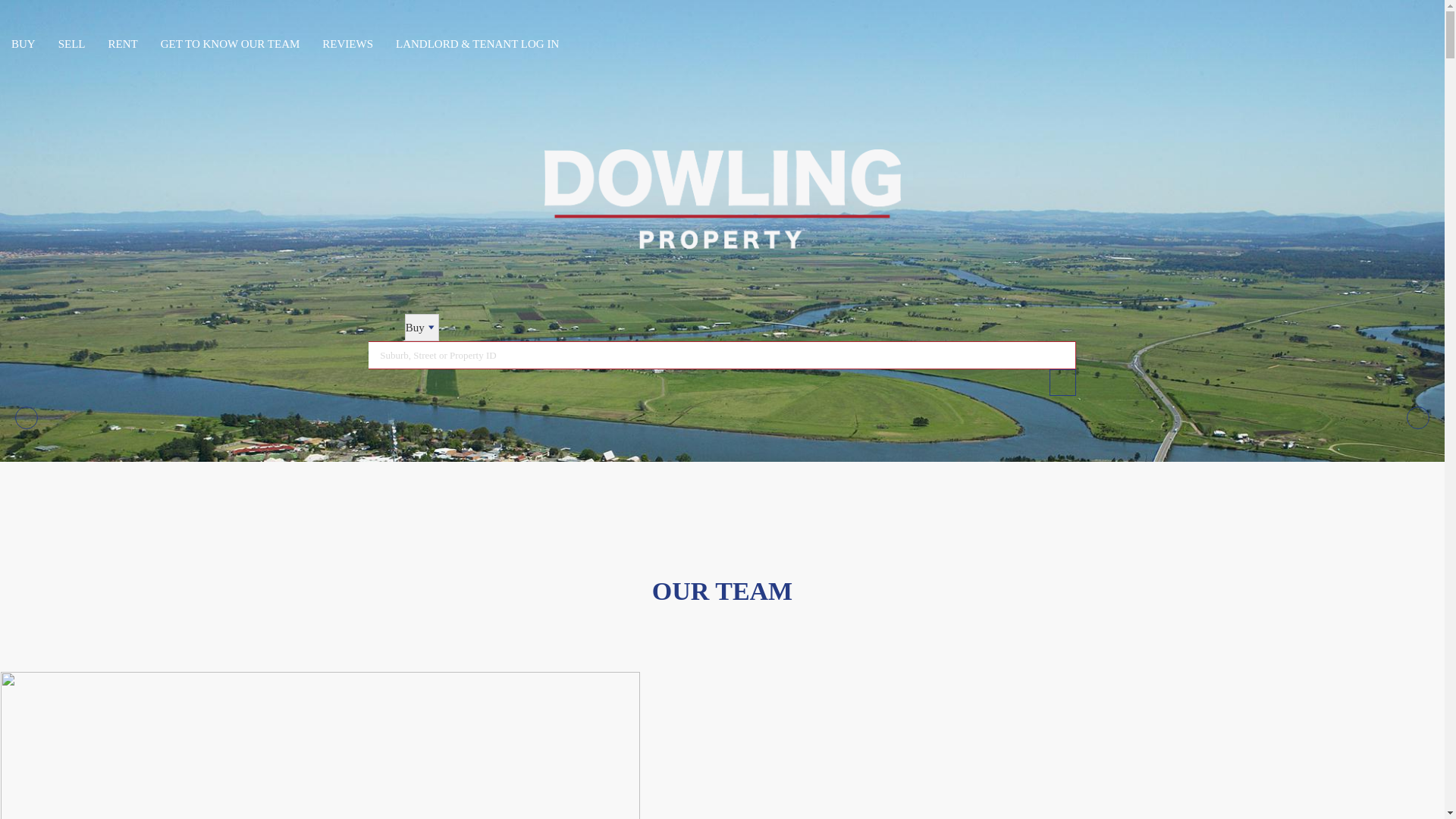 Image resolution: width=1456 pixels, height=819 pixels. Describe the element at coordinates (123, 43) in the screenshot. I see `'RENT'` at that location.